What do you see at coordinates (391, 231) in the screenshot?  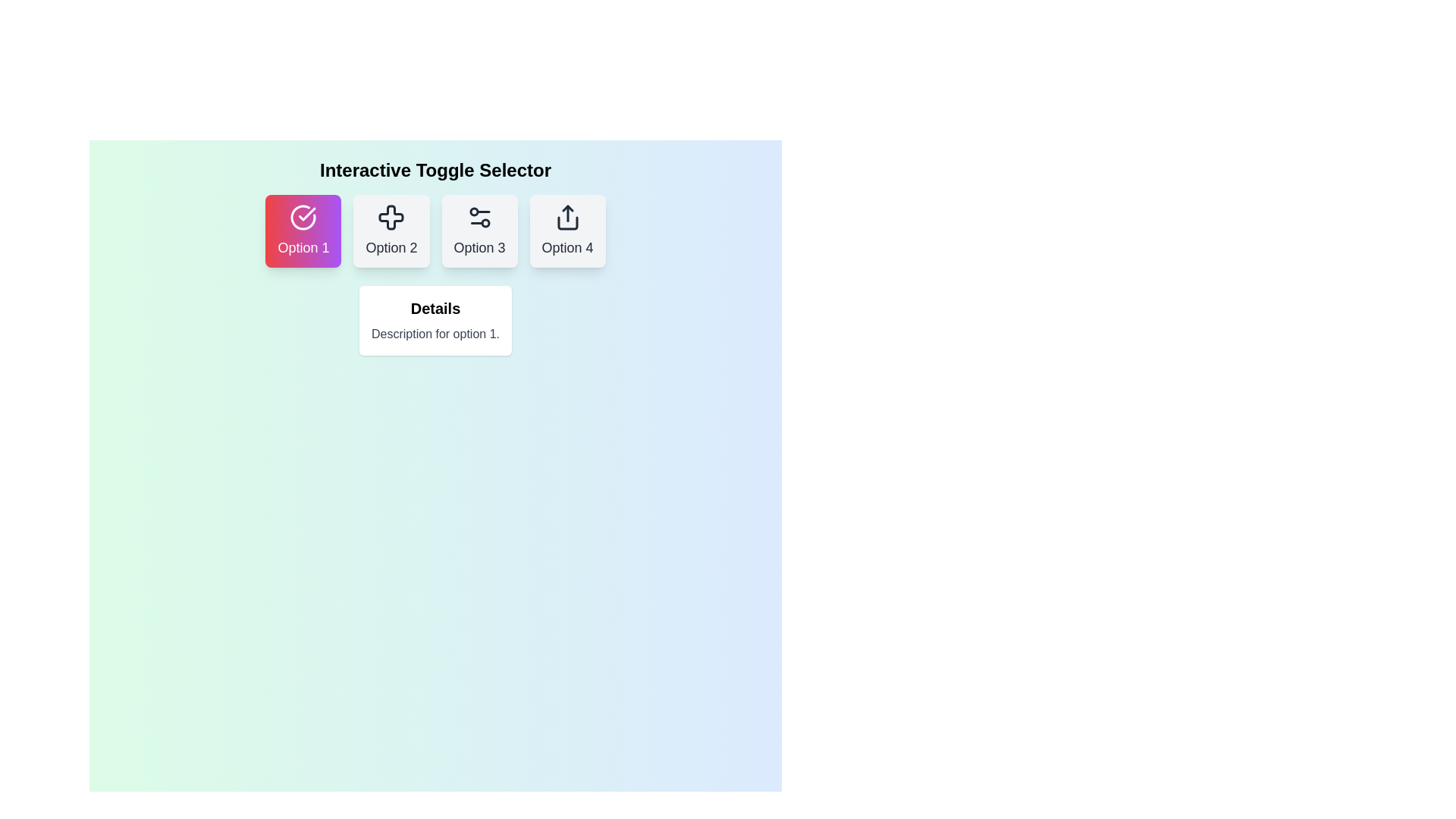 I see `the button corresponding to Option 2 to display its description` at bounding box center [391, 231].